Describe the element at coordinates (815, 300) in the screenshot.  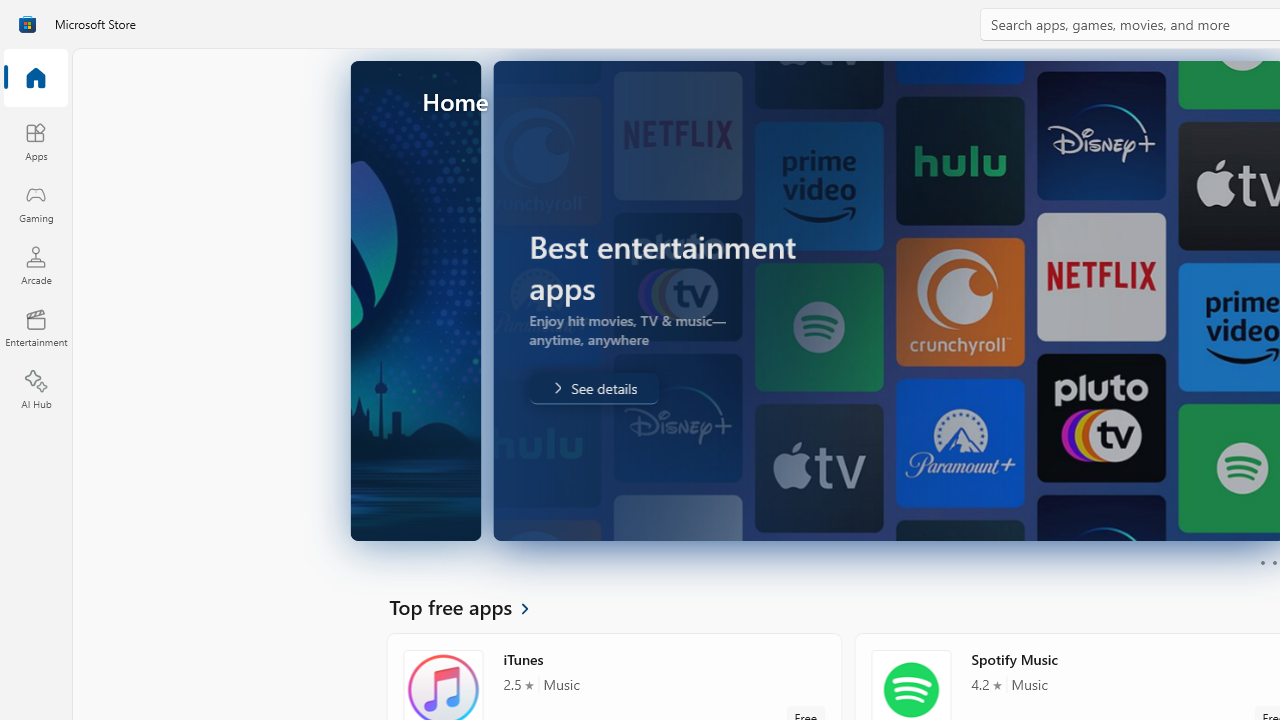
I see `'AutomationID: Image'` at that location.